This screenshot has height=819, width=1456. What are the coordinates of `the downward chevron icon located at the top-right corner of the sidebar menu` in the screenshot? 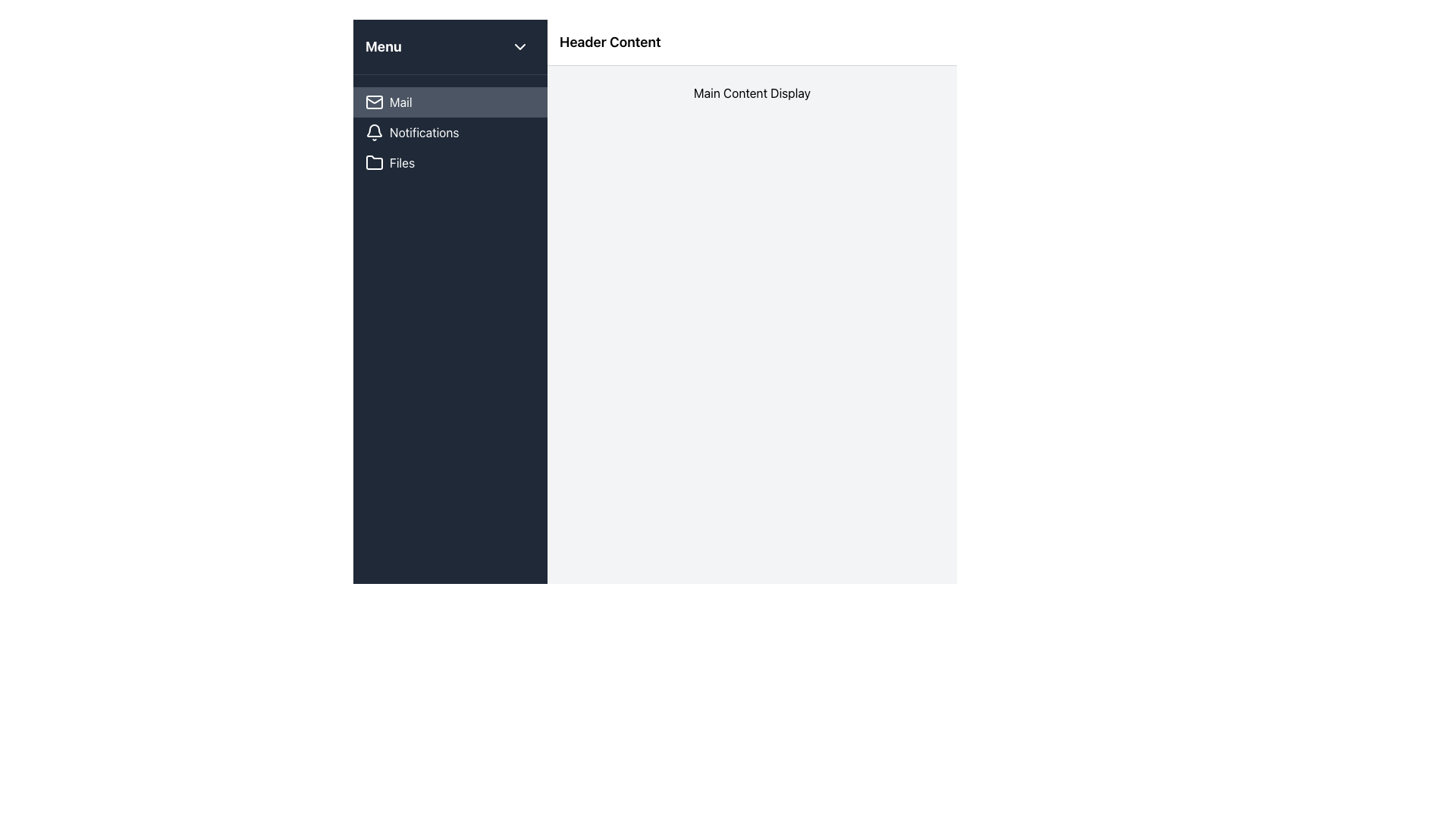 It's located at (520, 45).